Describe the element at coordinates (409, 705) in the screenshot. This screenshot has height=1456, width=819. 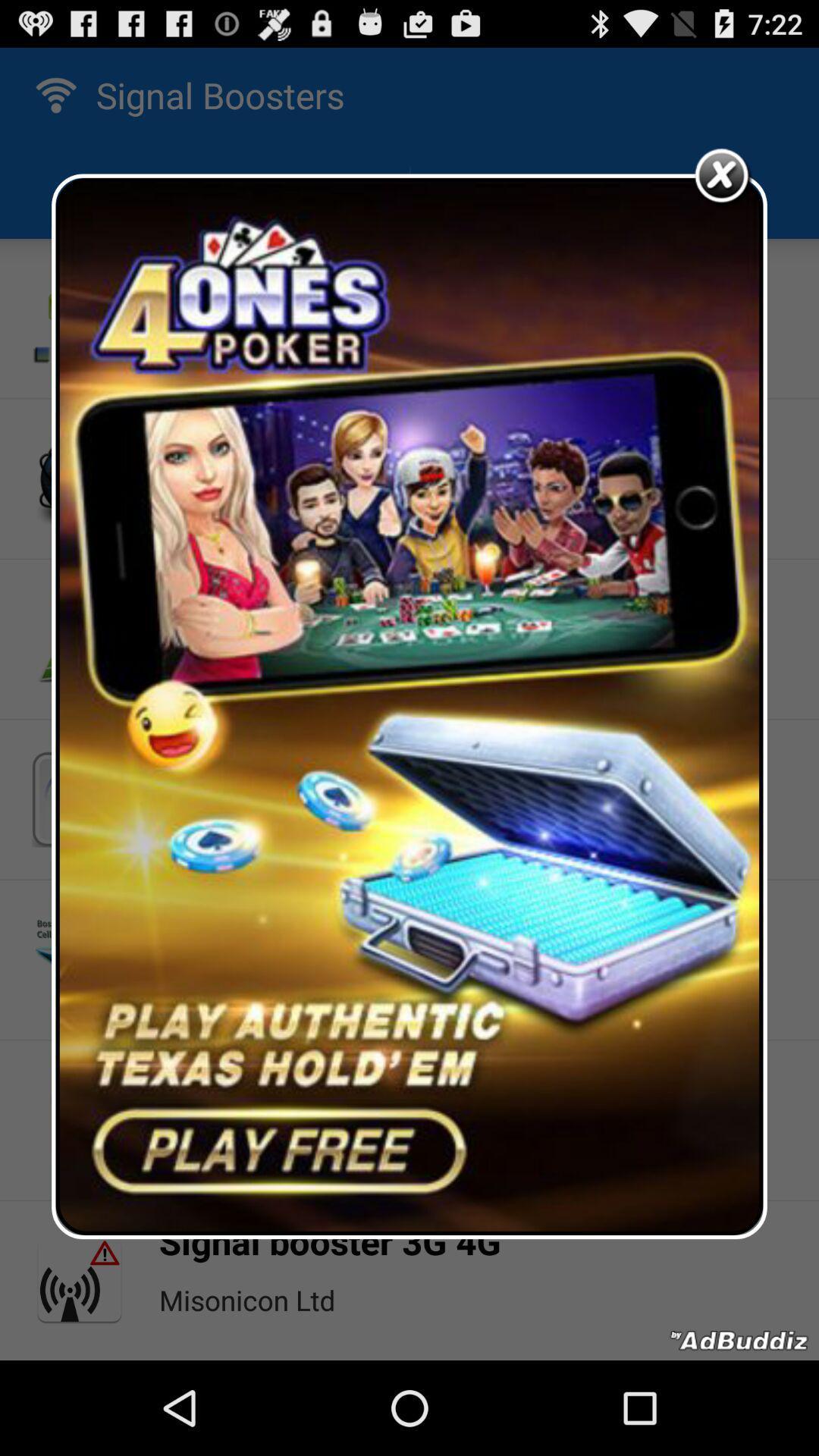
I see `advertised game` at that location.